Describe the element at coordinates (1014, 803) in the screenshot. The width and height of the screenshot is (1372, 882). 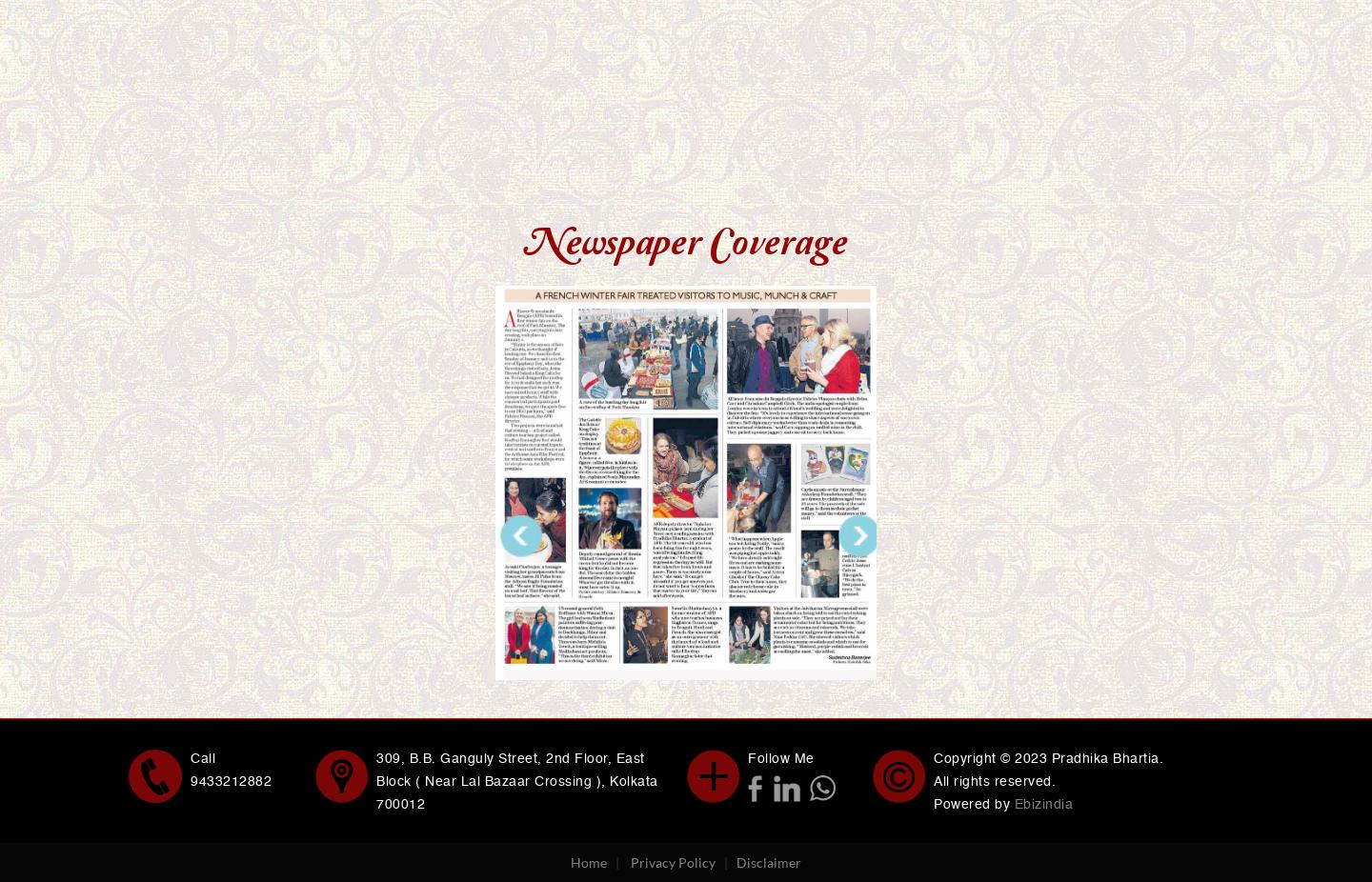
I see `'Ebizindia'` at that location.